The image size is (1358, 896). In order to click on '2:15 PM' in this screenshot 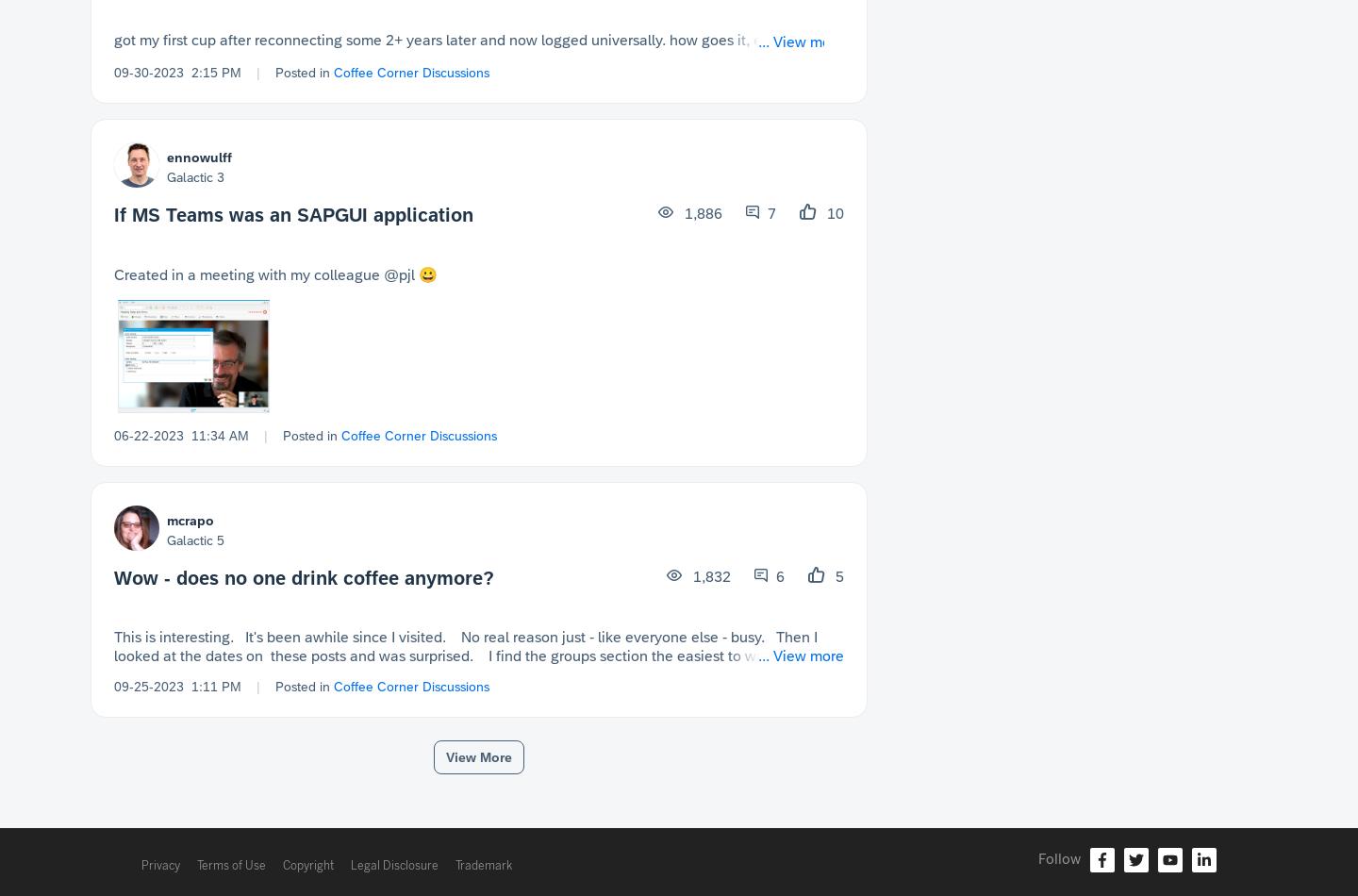, I will do `click(216, 72)`.